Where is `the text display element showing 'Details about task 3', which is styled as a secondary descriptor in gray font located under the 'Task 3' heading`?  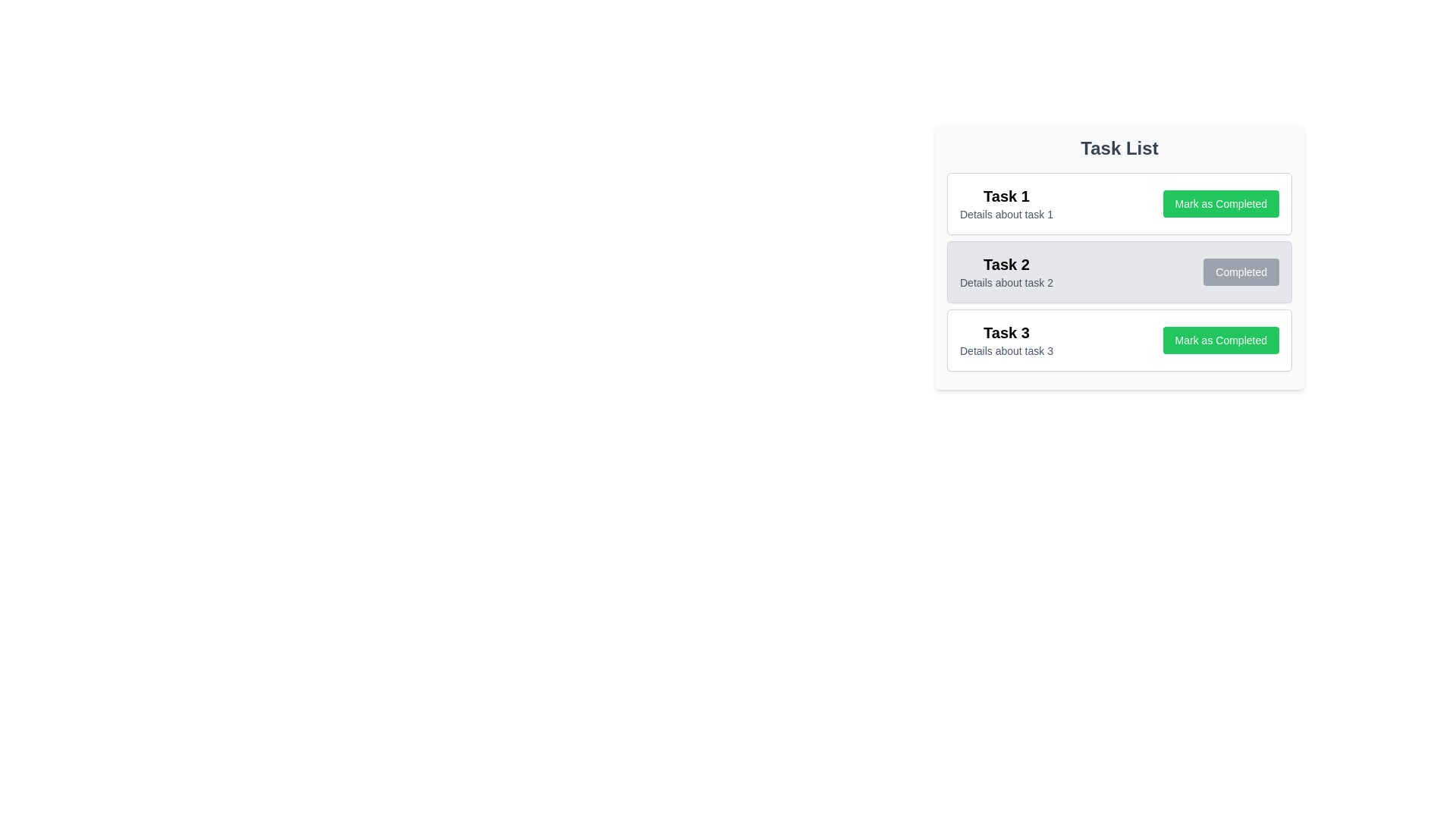
the text display element showing 'Details about task 3', which is styled as a secondary descriptor in gray font located under the 'Task 3' heading is located at coordinates (1006, 350).